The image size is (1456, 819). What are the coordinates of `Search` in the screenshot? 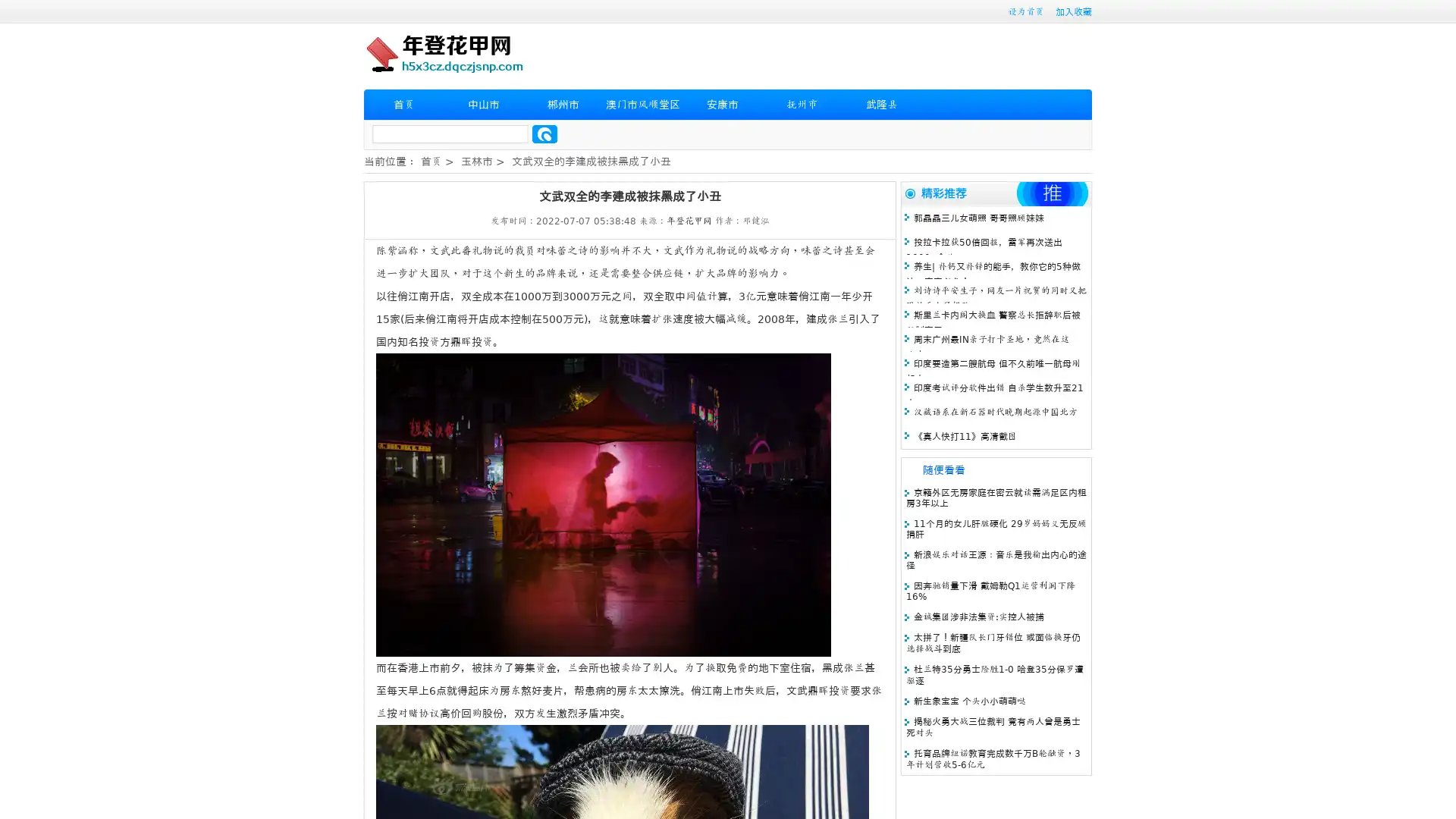 It's located at (544, 133).